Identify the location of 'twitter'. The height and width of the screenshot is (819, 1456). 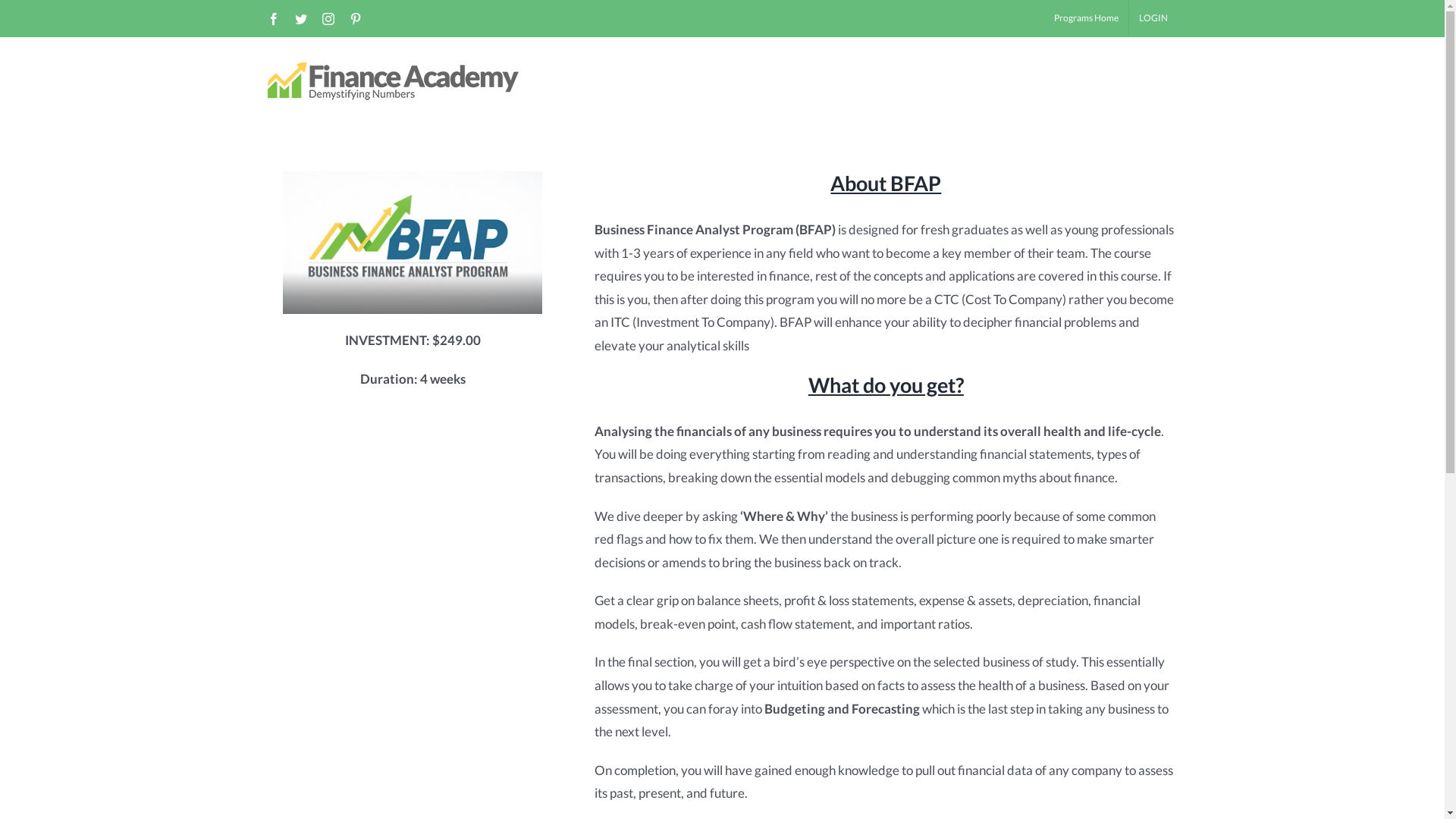
(300, 17).